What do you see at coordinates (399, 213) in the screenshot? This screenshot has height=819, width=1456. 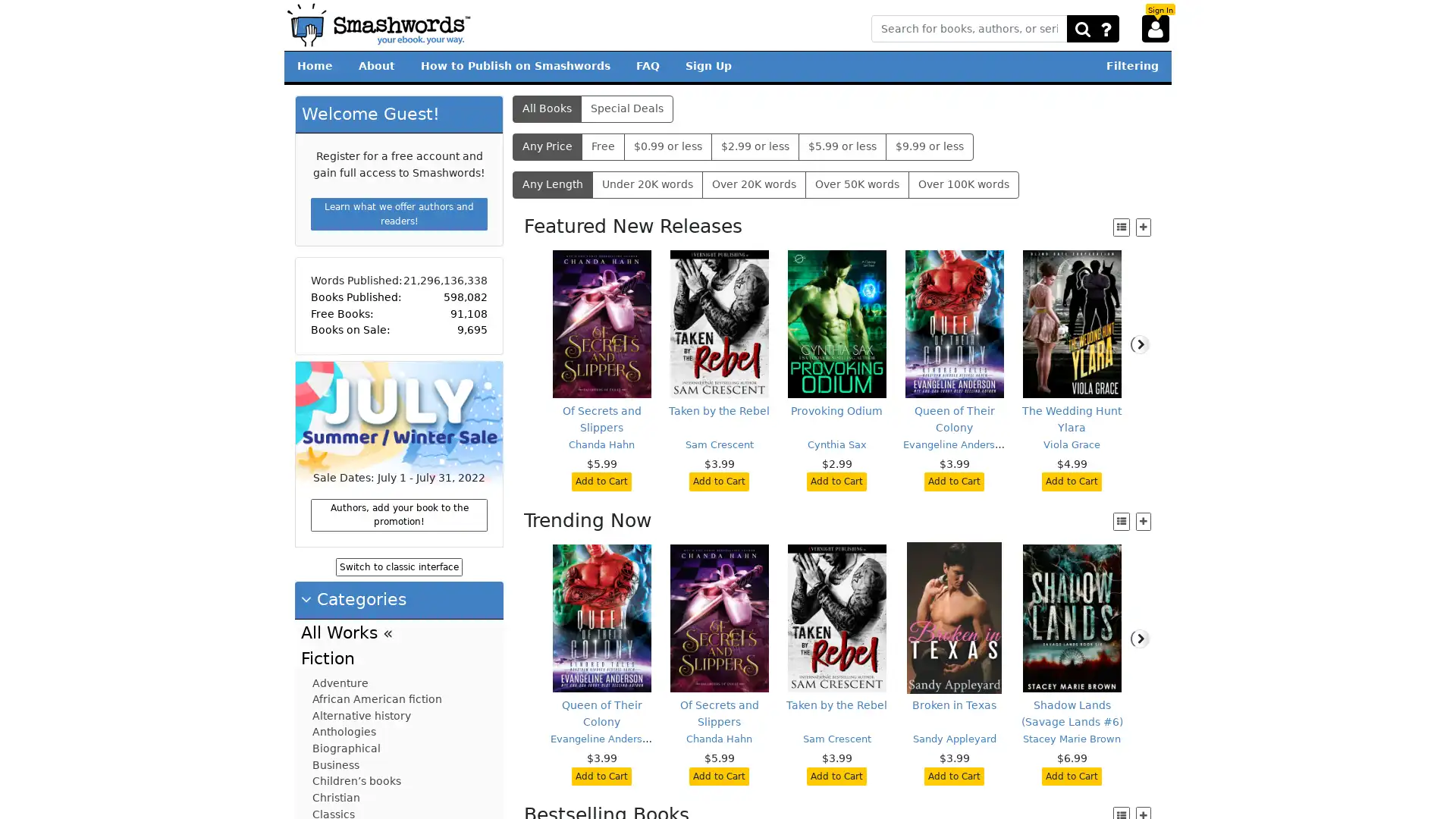 I see `Learn what we offer authors and readers!` at bounding box center [399, 213].